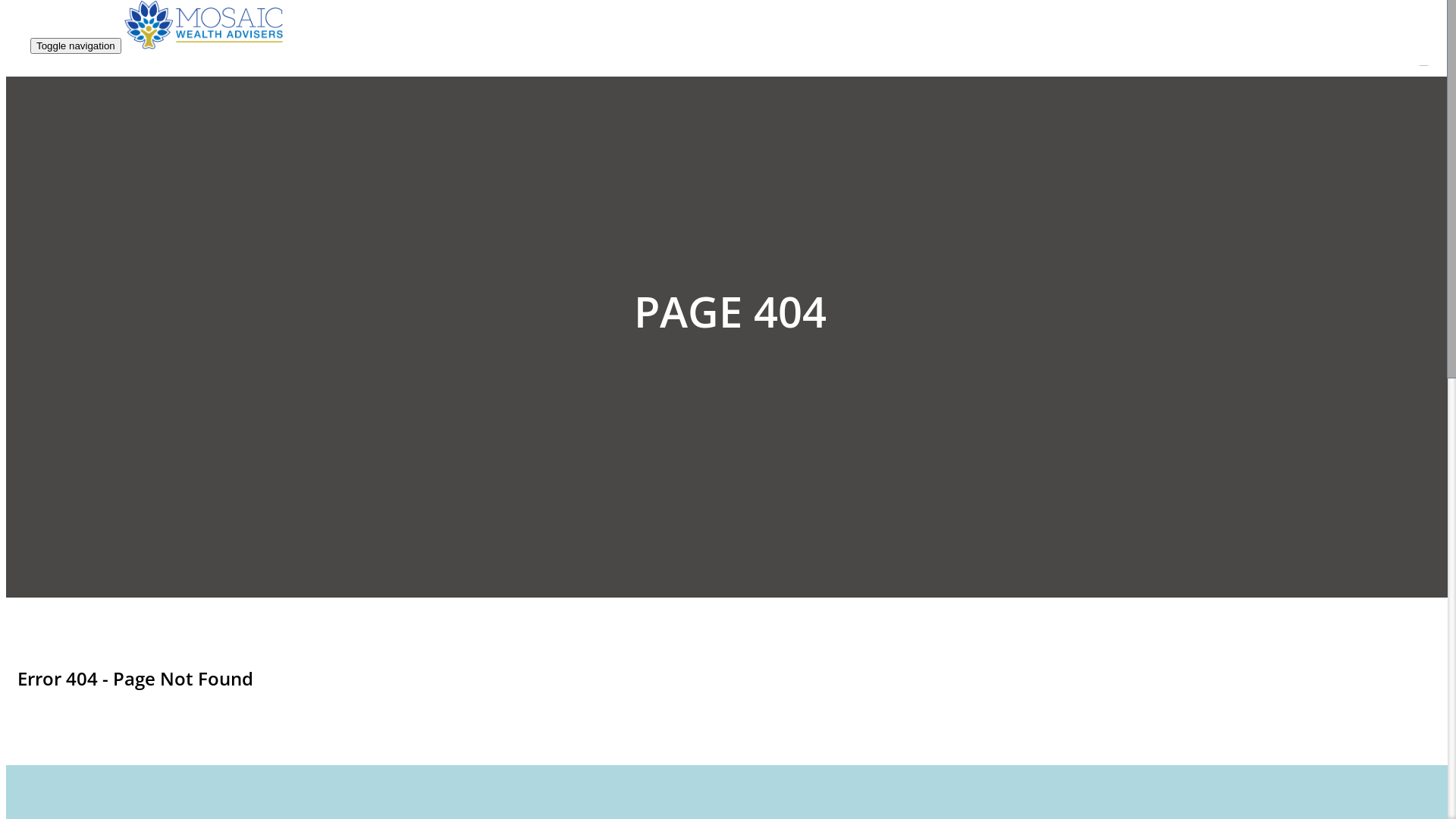  What do you see at coordinates (75, 45) in the screenshot?
I see `'Toggle navigation'` at bounding box center [75, 45].